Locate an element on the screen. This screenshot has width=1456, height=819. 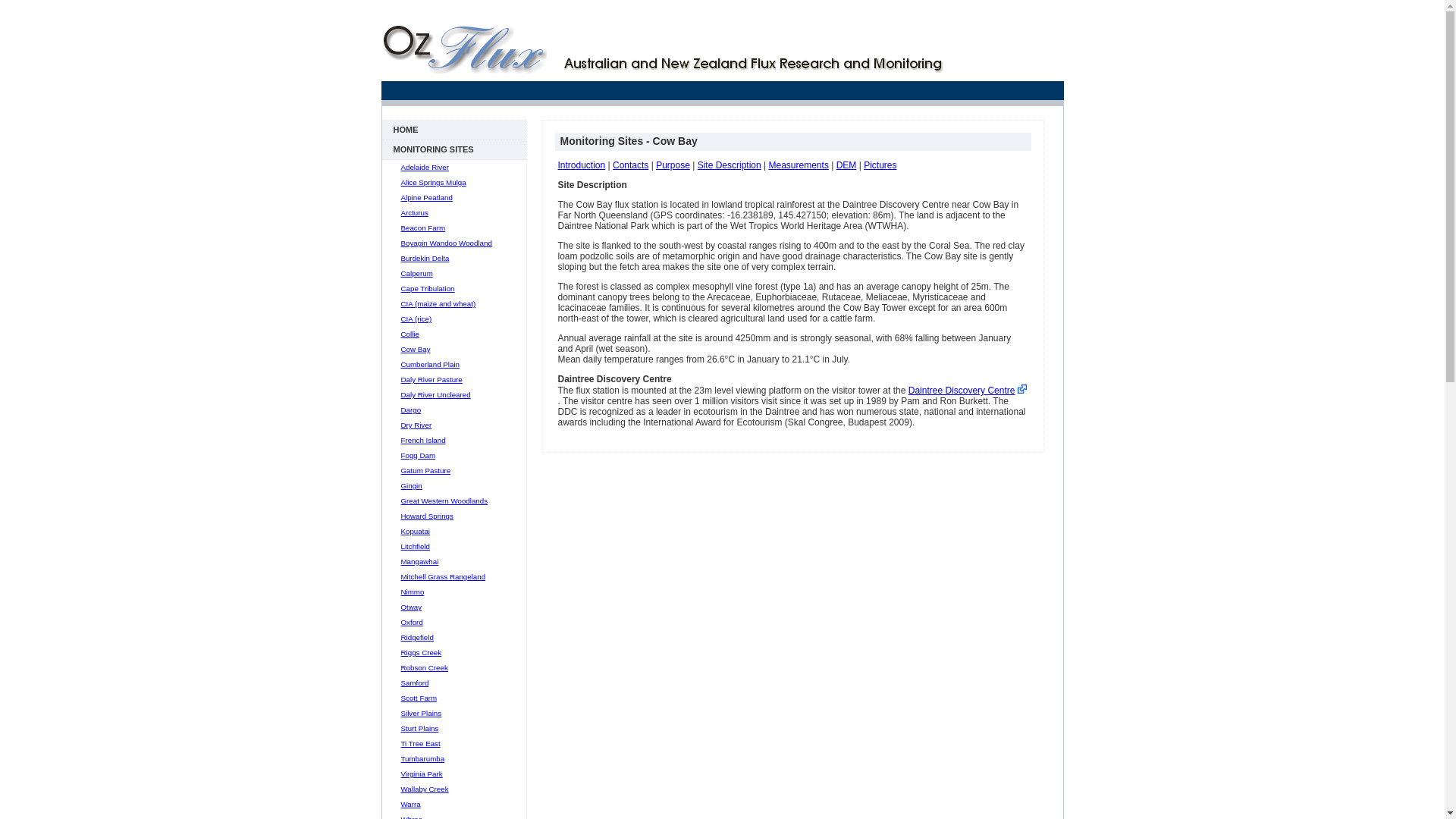
'Litchfield' is located at coordinates (415, 546).